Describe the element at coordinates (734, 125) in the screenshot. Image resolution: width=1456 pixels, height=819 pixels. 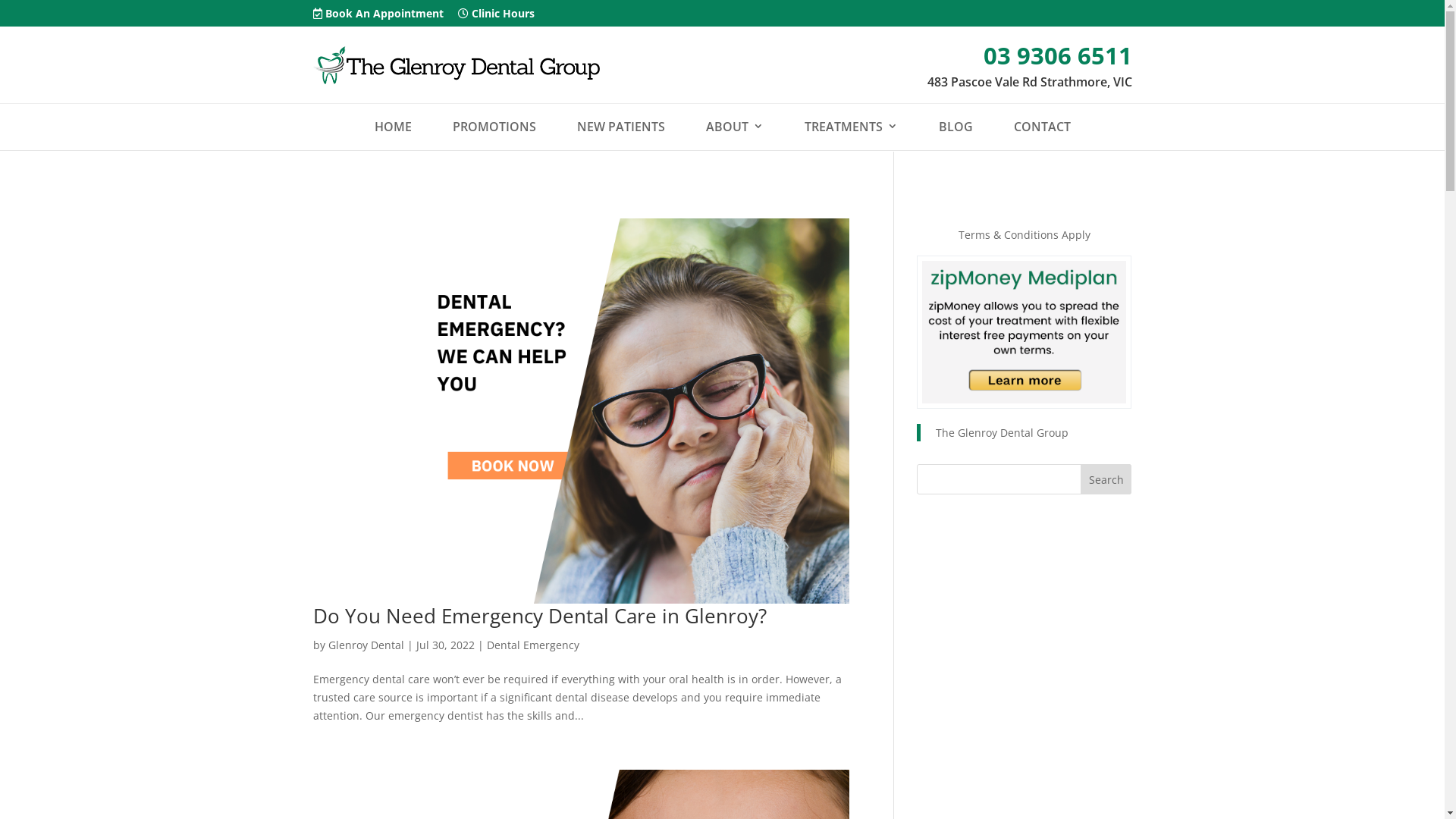
I see `'ABOUT'` at that location.